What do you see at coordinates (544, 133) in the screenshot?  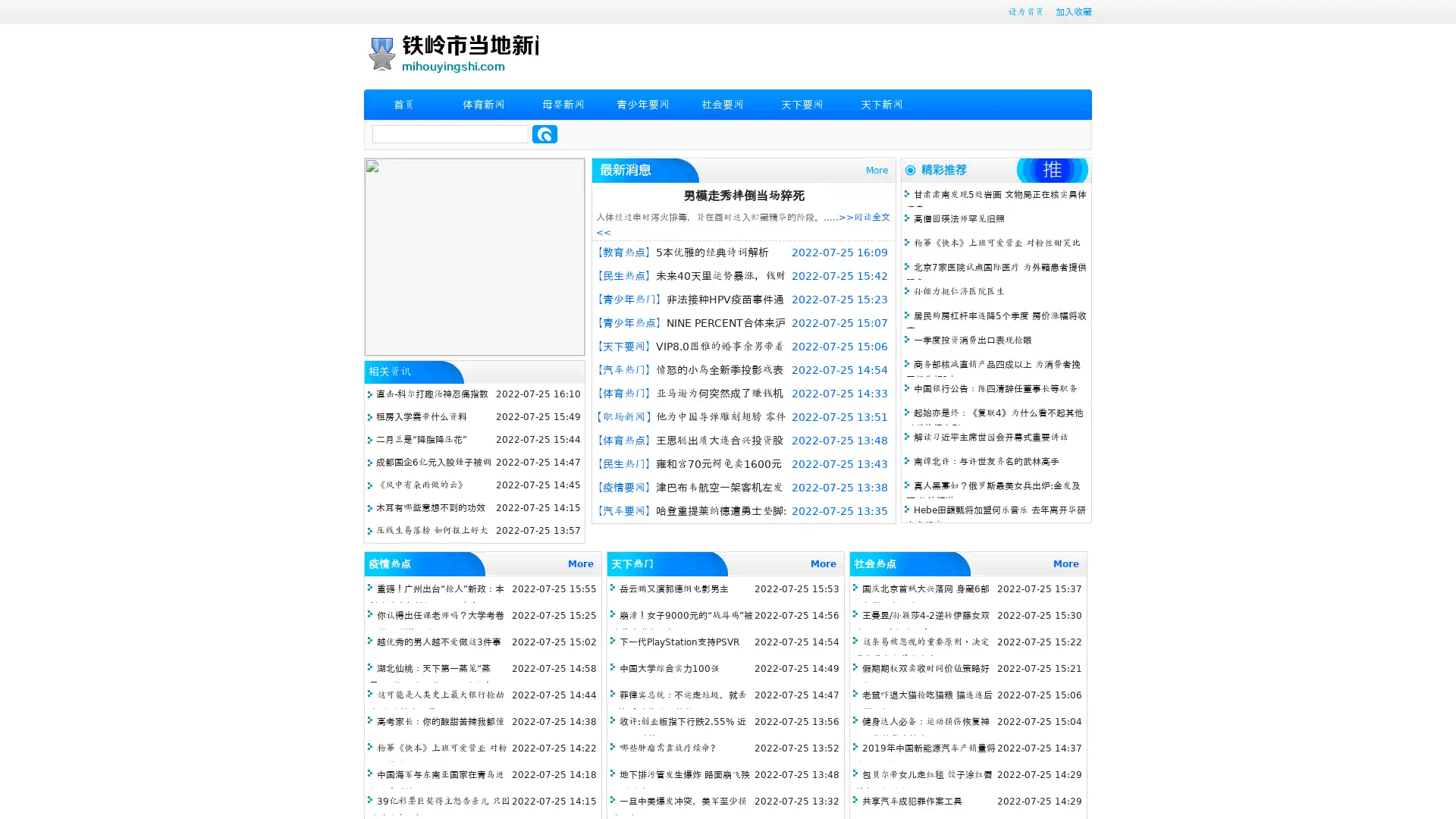 I see `Search` at bounding box center [544, 133].